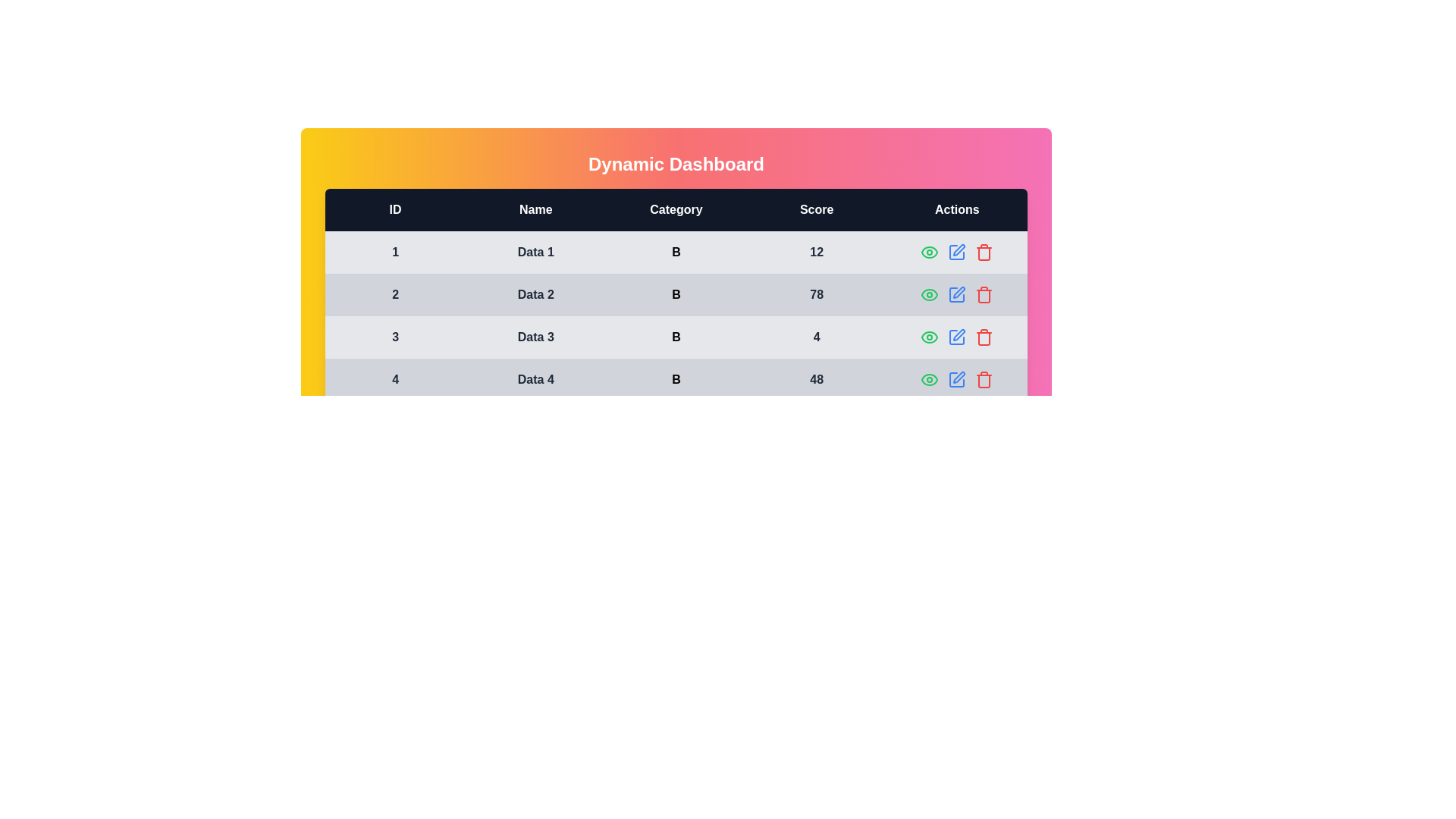 The image size is (1456, 819). What do you see at coordinates (676, 251) in the screenshot?
I see `the row corresponding to 1` at bounding box center [676, 251].